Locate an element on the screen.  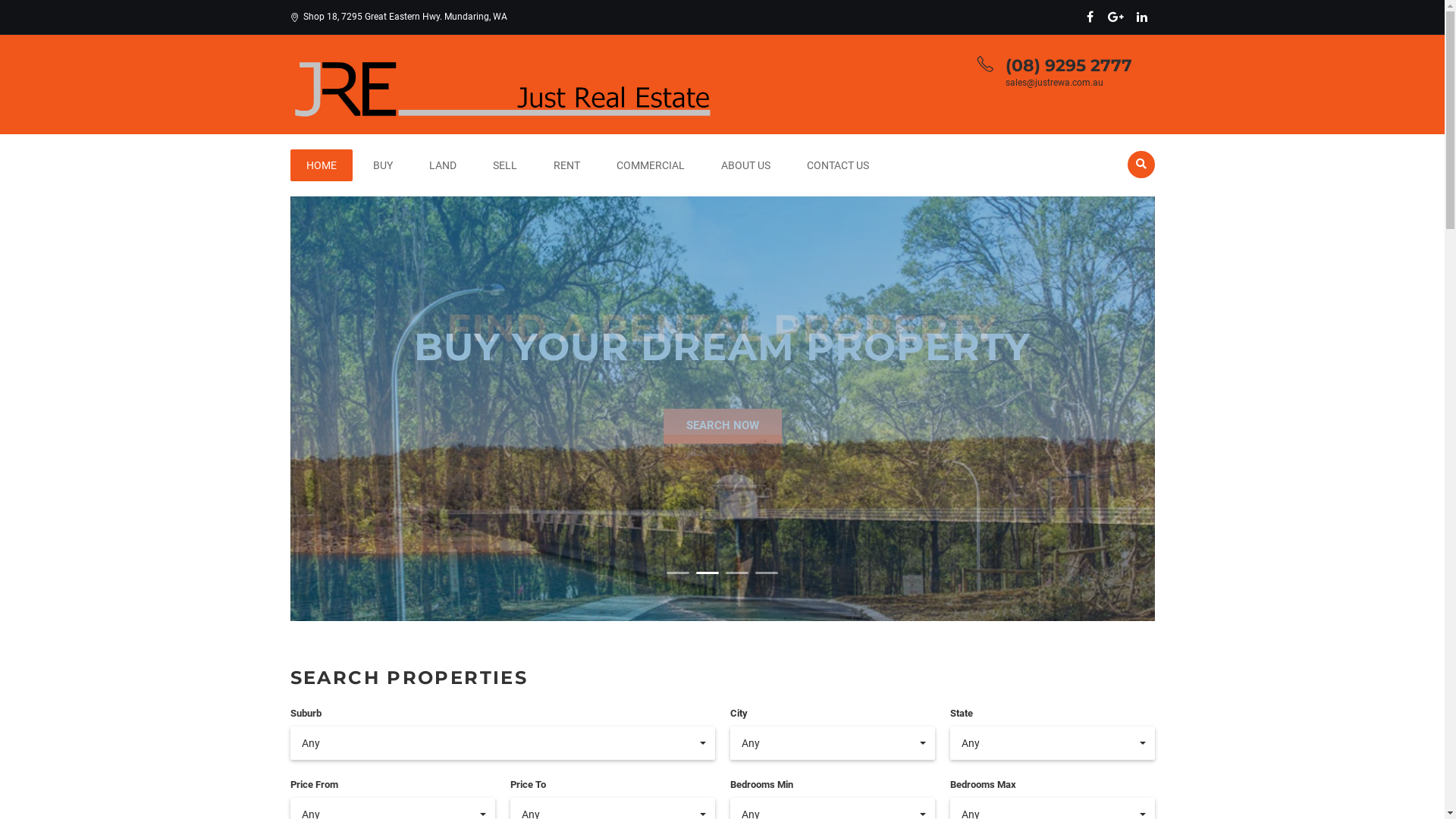
'CONTACT US' is located at coordinates (836, 165).